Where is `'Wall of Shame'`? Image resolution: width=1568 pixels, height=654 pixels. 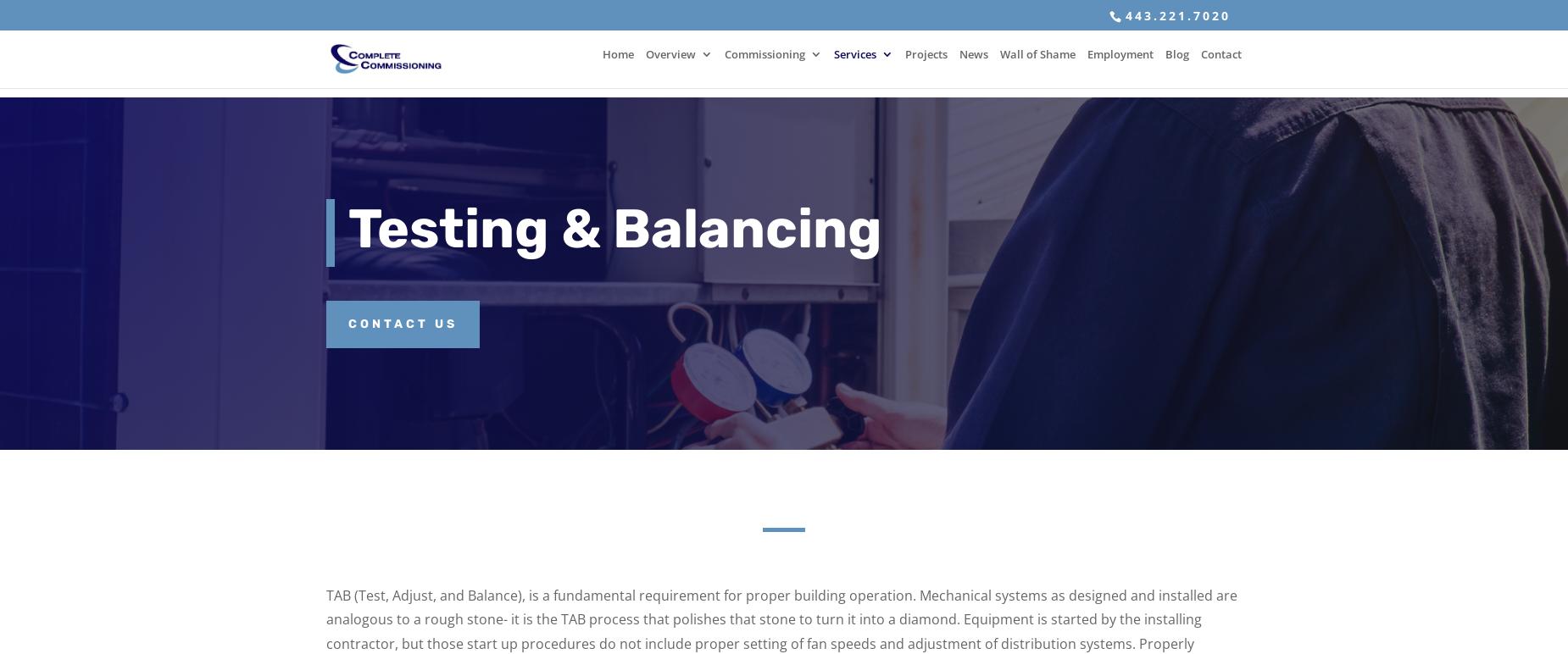 'Wall of Shame' is located at coordinates (1037, 64).